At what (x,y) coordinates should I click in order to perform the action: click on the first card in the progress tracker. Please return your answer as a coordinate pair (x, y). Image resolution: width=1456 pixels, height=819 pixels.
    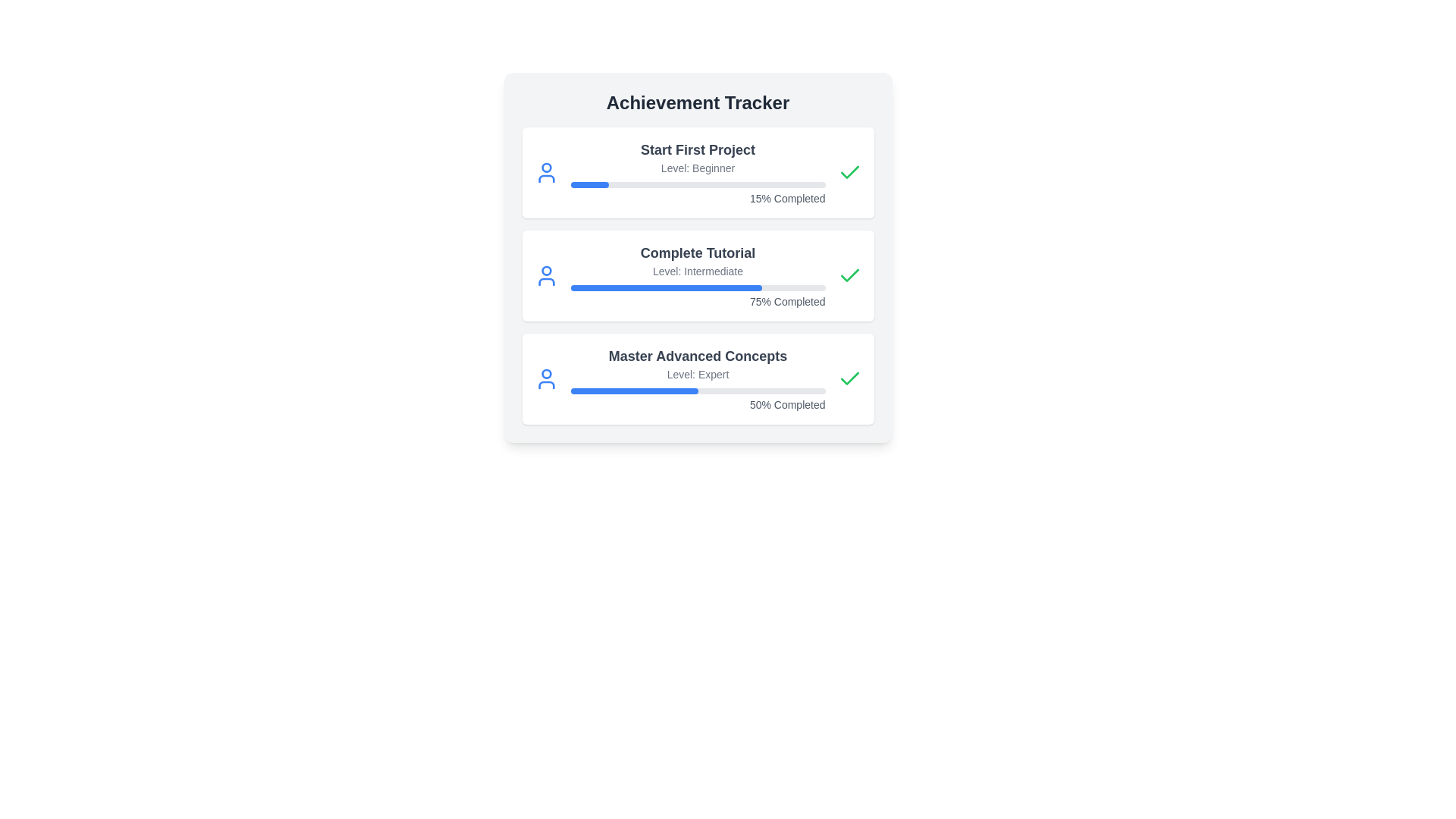
    Looking at the image, I should click on (697, 171).